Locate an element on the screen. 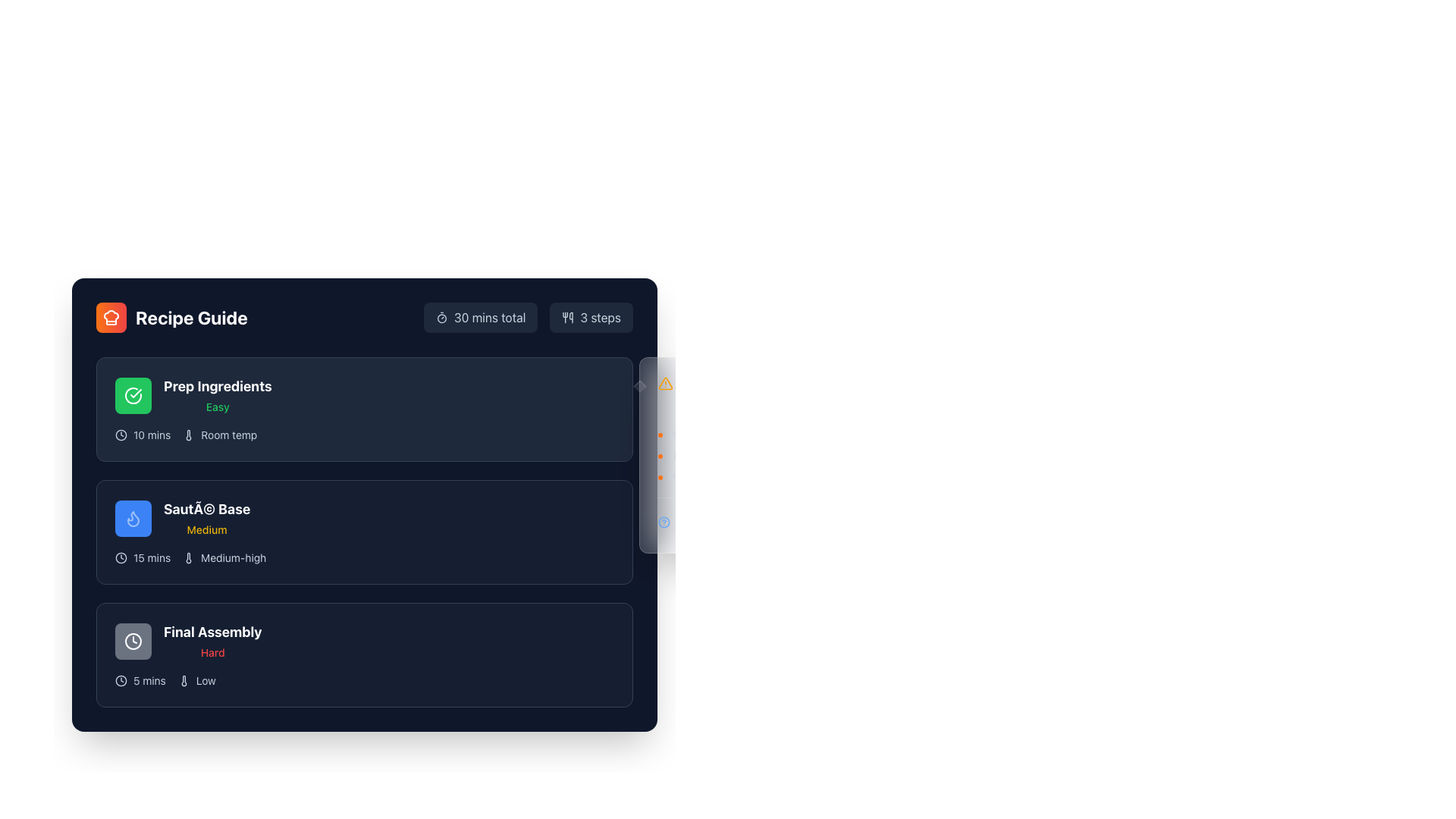 Image resolution: width=1456 pixels, height=819 pixels. the visual cue represented by the checkmark icon in the 'Prep Ingredients' section, indicating a completed state is located at coordinates (136, 393).